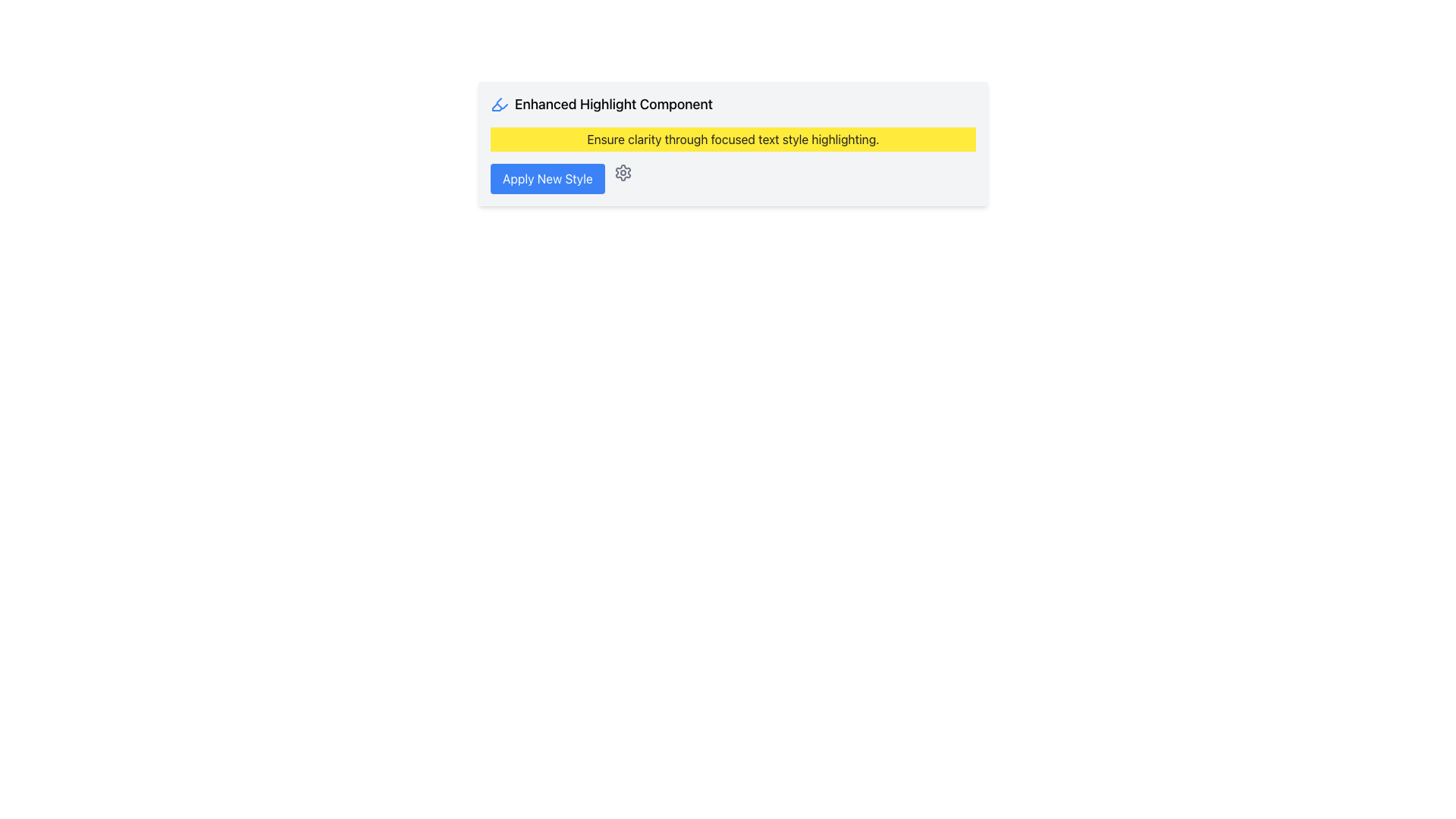  I want to click on the settings icon located on the rightmost side of the upper area elements, so click(623, 171).